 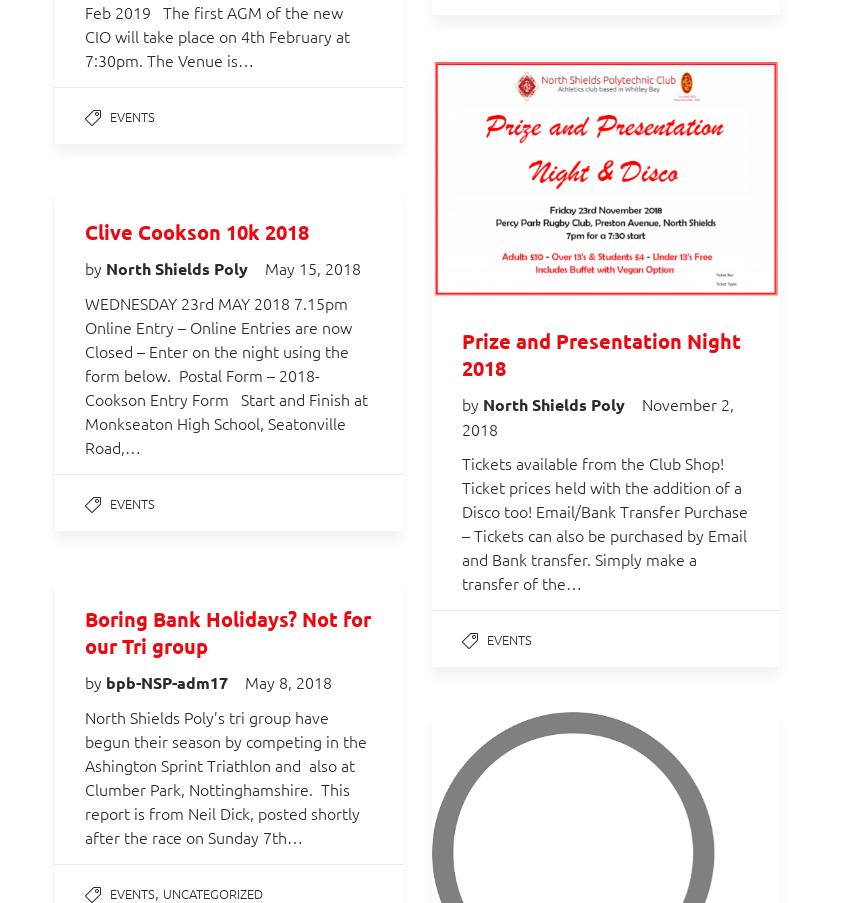 I want to click on 'North Shields Poly’s tri group have begun their season by competing in the Ashington Sprint Triathlon and  also at Clumber Park, Nottinghamshire.  This report is from Neil Dick, posted shortly after the race on Sunday 7th…', so click(x=85, y=776).